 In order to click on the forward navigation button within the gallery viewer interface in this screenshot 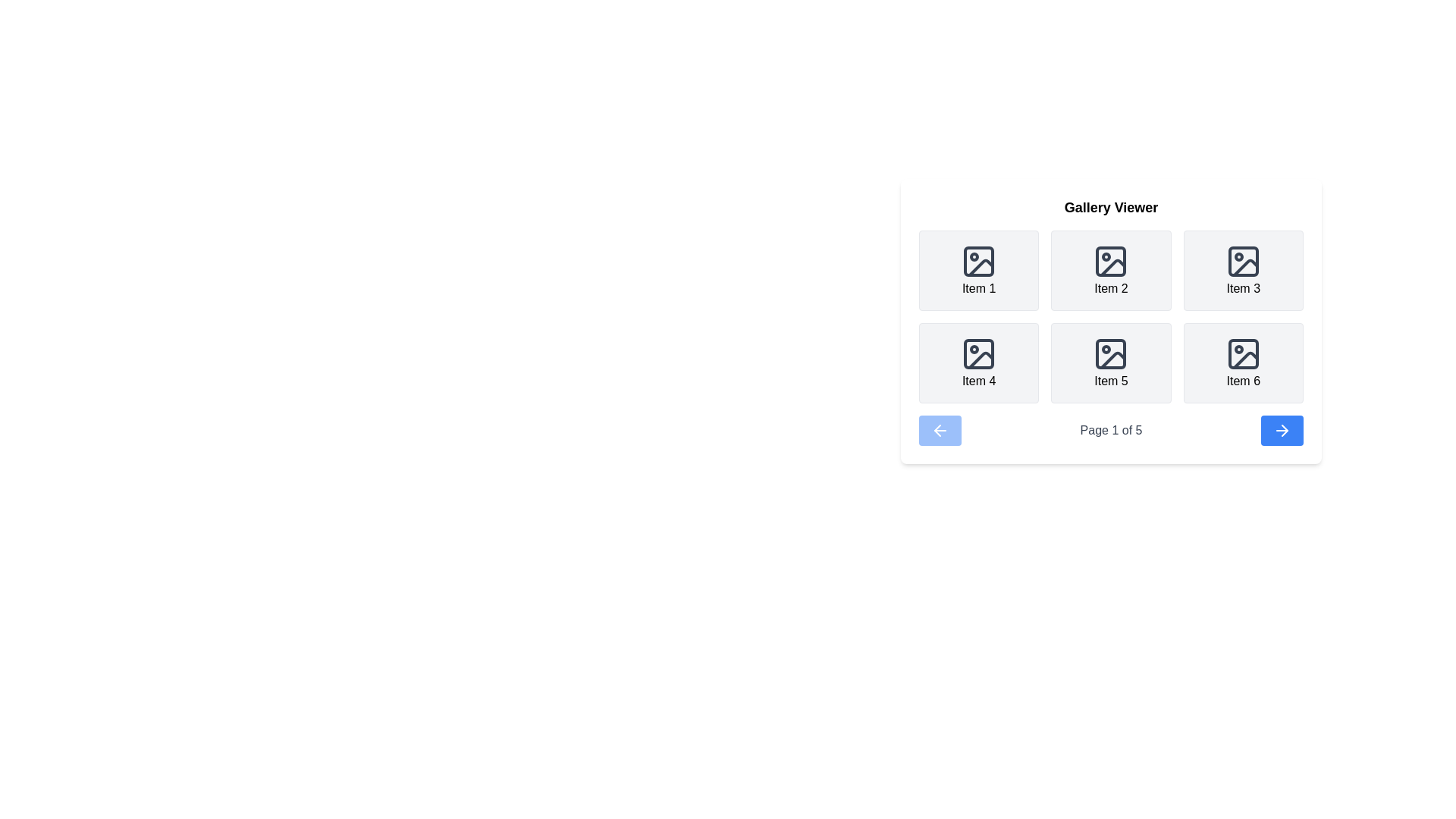, I will do `click(1284, 430)`.